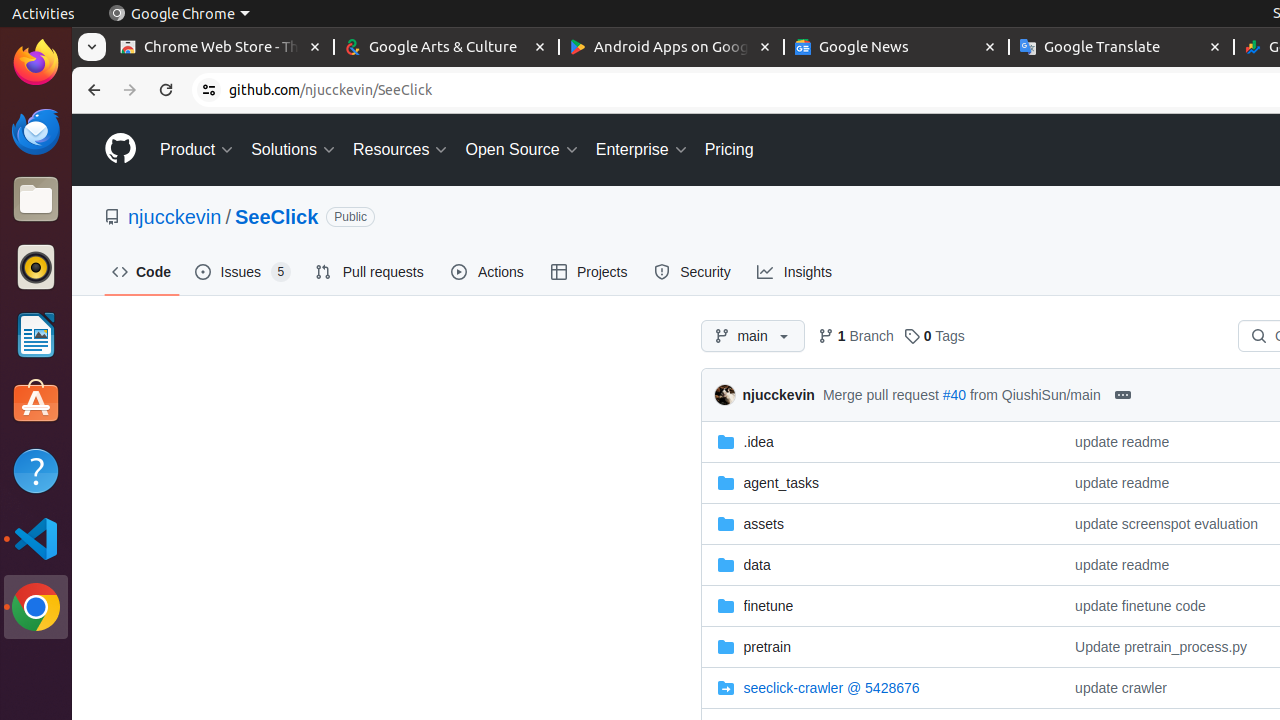  I want to click on 'Merge pull request', so click(880, 394).